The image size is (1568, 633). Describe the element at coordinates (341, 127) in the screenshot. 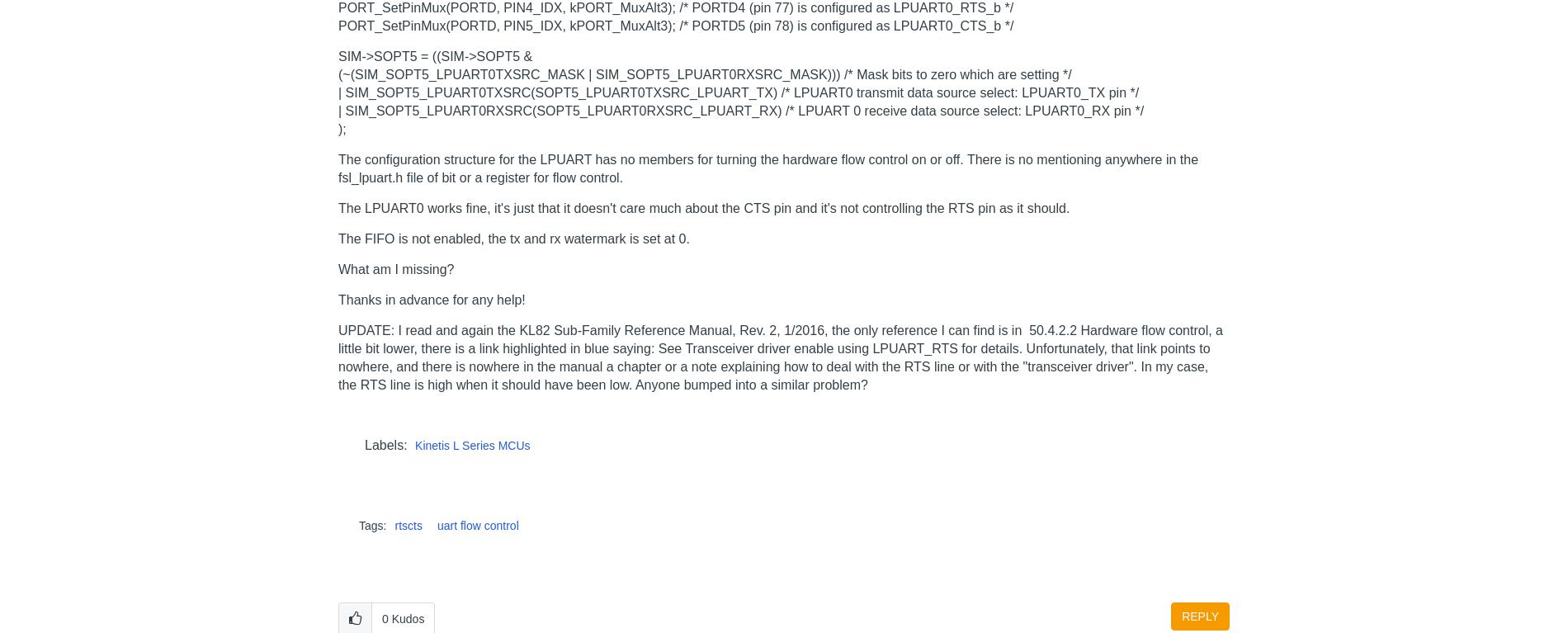

I see `');'` at that location.